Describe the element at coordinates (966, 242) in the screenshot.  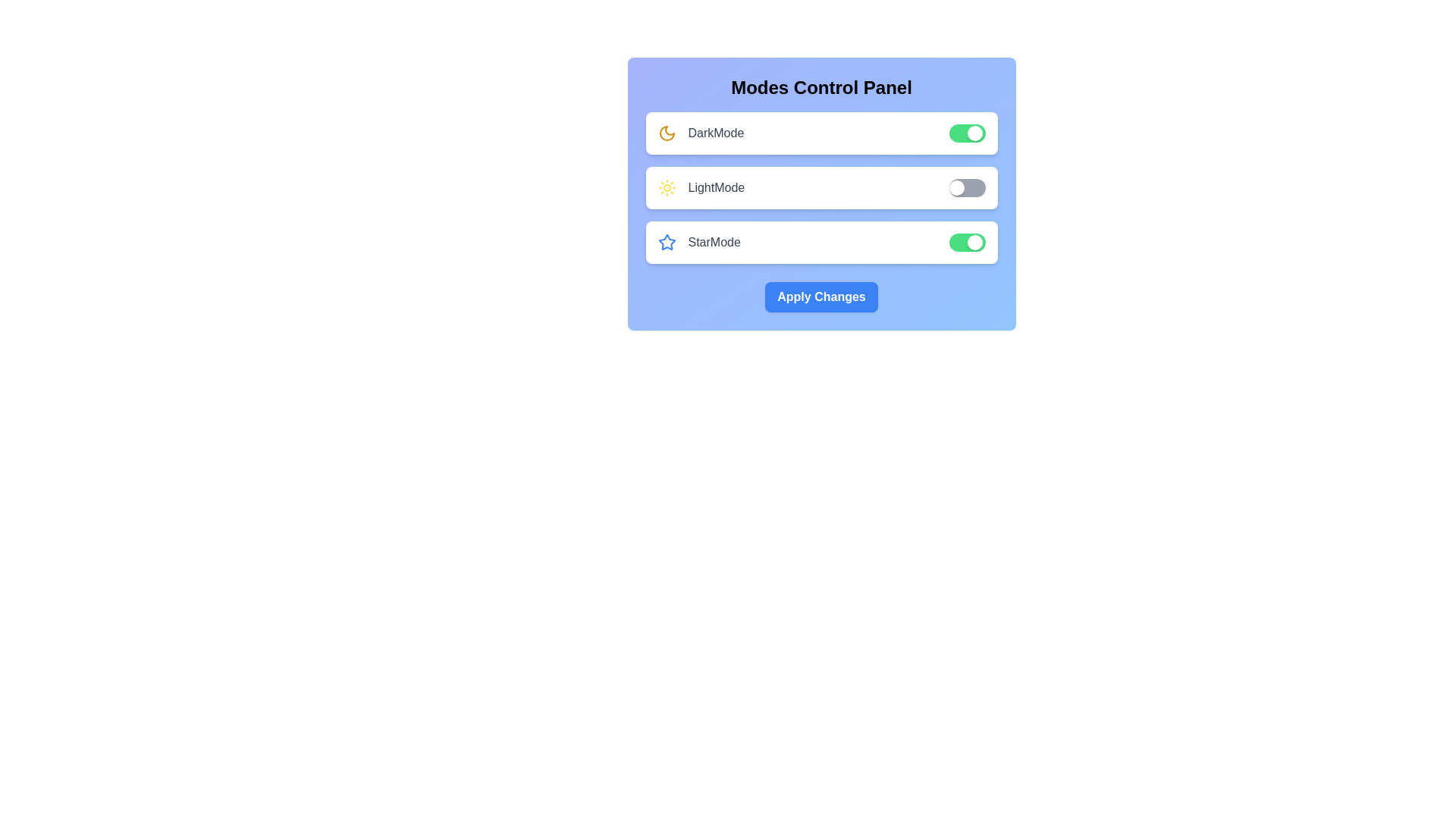
I see `the toggle switch for 'StarMode' to change its state` at that location.